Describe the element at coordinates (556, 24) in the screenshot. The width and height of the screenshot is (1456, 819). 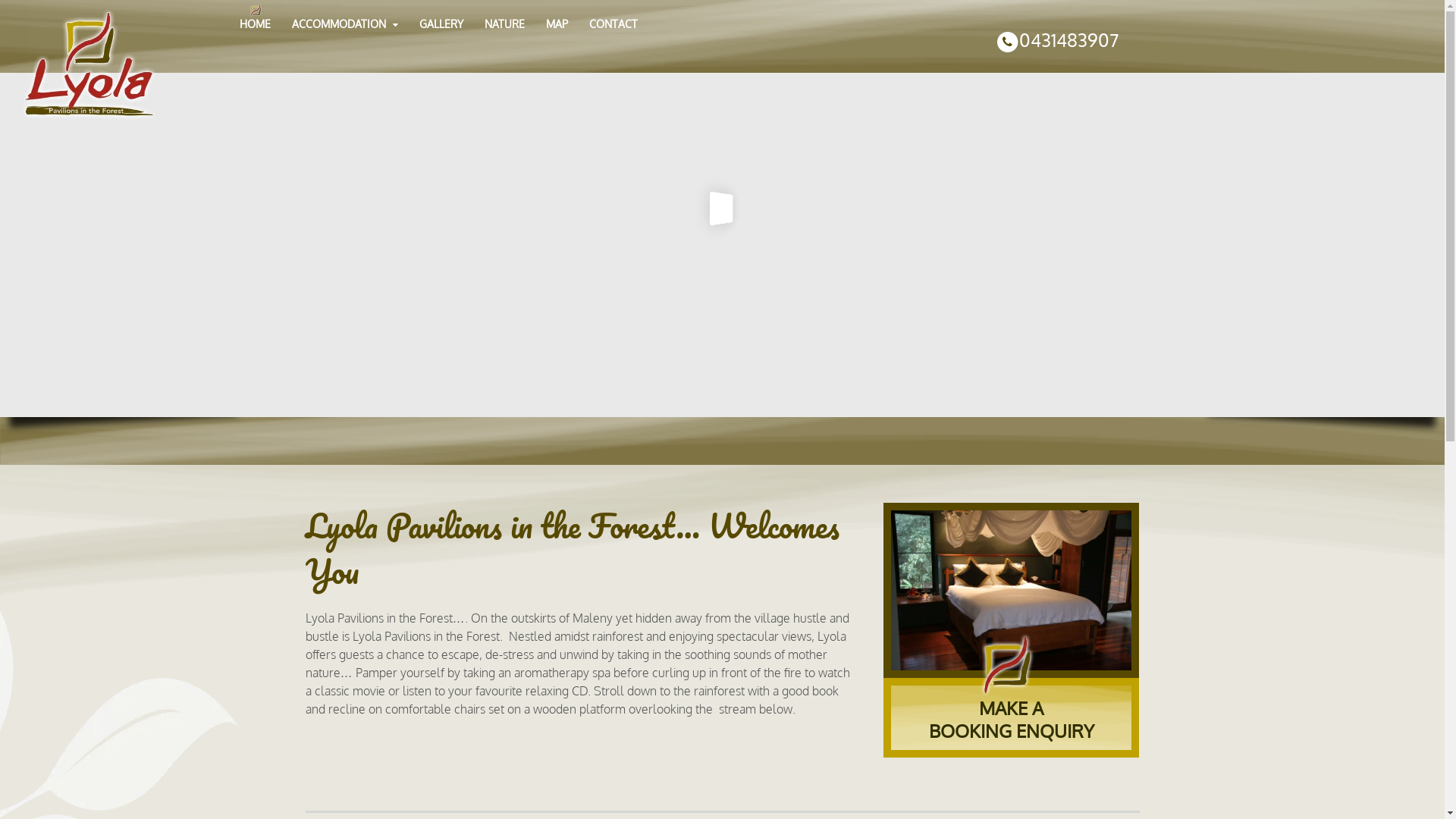
I see `'MAP'` at that location.